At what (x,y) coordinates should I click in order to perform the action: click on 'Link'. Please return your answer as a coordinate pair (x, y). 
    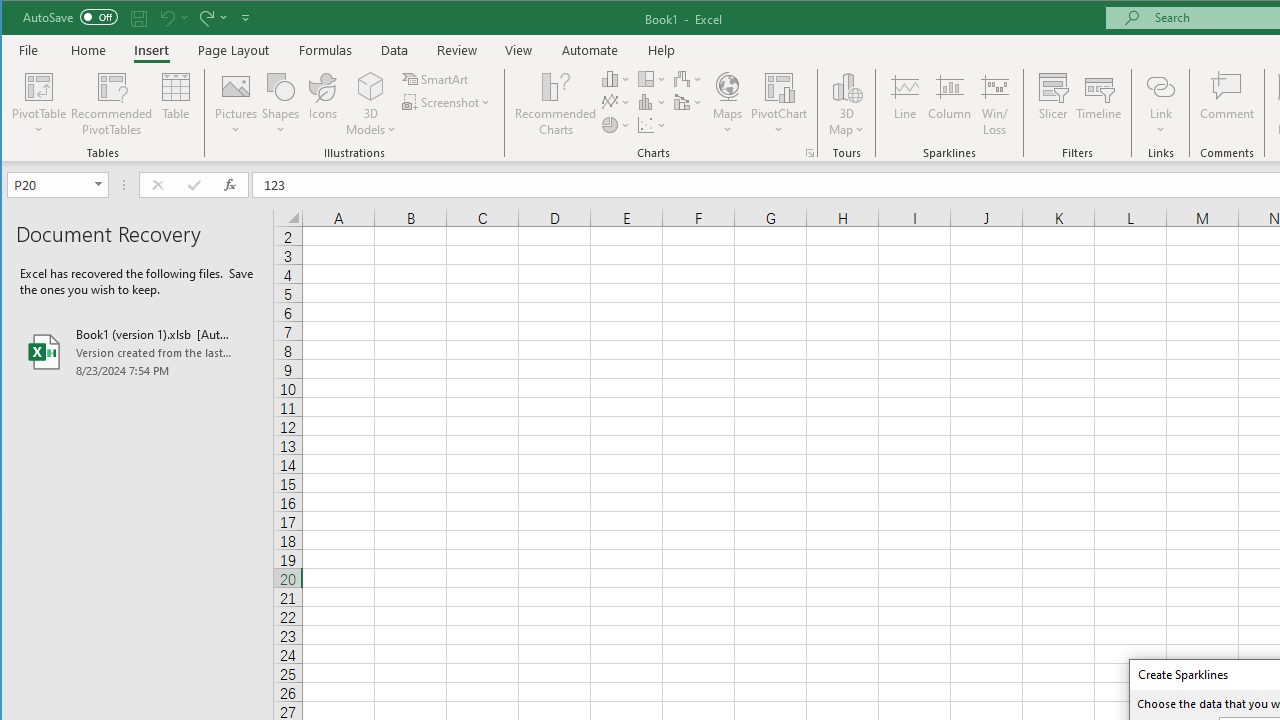
    Looking at the image, I should click on (1160, 85).